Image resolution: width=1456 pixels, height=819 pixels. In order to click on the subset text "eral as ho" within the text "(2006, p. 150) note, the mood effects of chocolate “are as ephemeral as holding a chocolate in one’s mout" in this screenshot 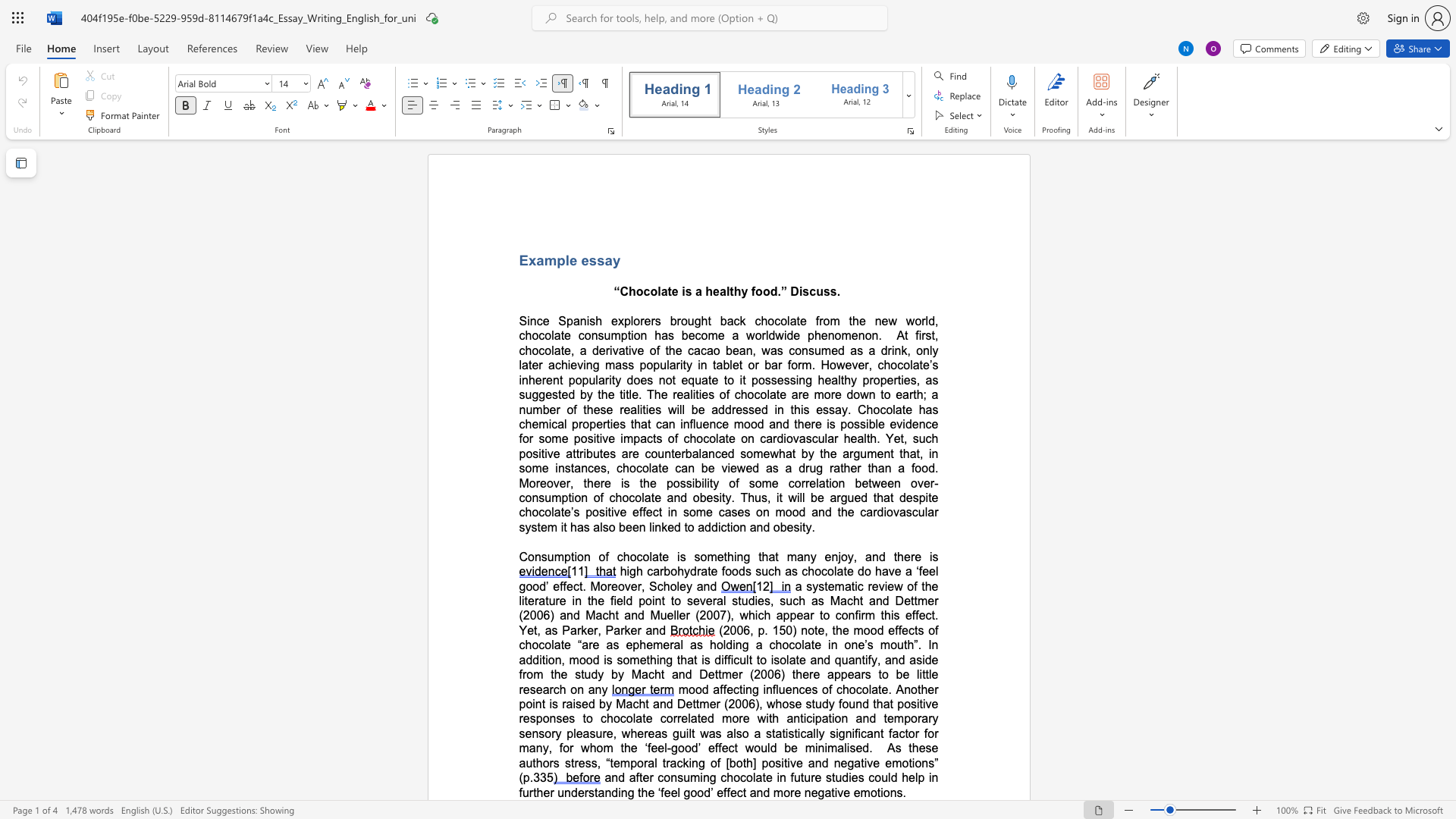, I will do `click(663, 645)`.